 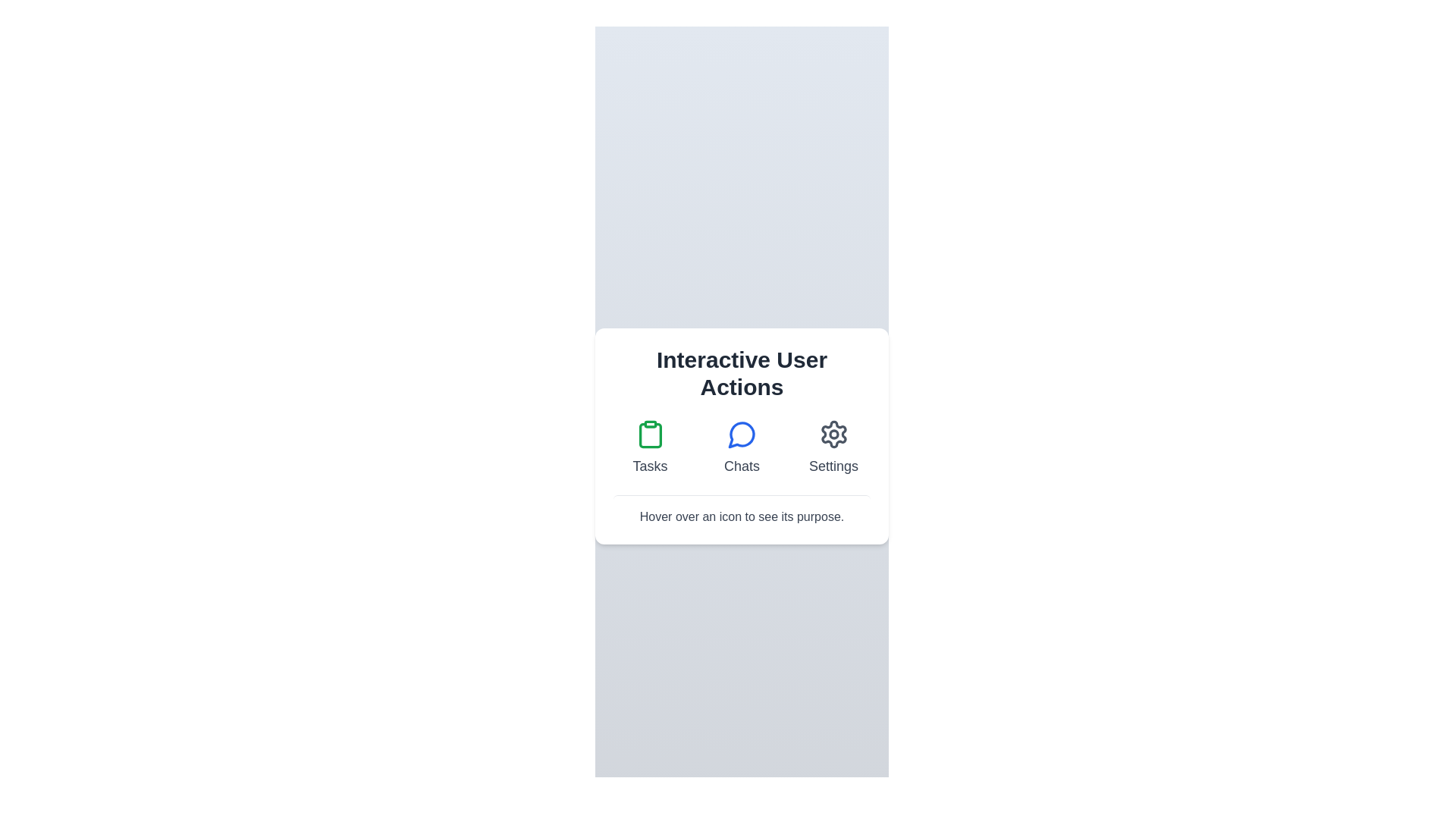 I want to click on the cog icon, which is the third icon in a horizontal alignment under the 'Interactive User Actions' heading, so click(x=833, y=434).